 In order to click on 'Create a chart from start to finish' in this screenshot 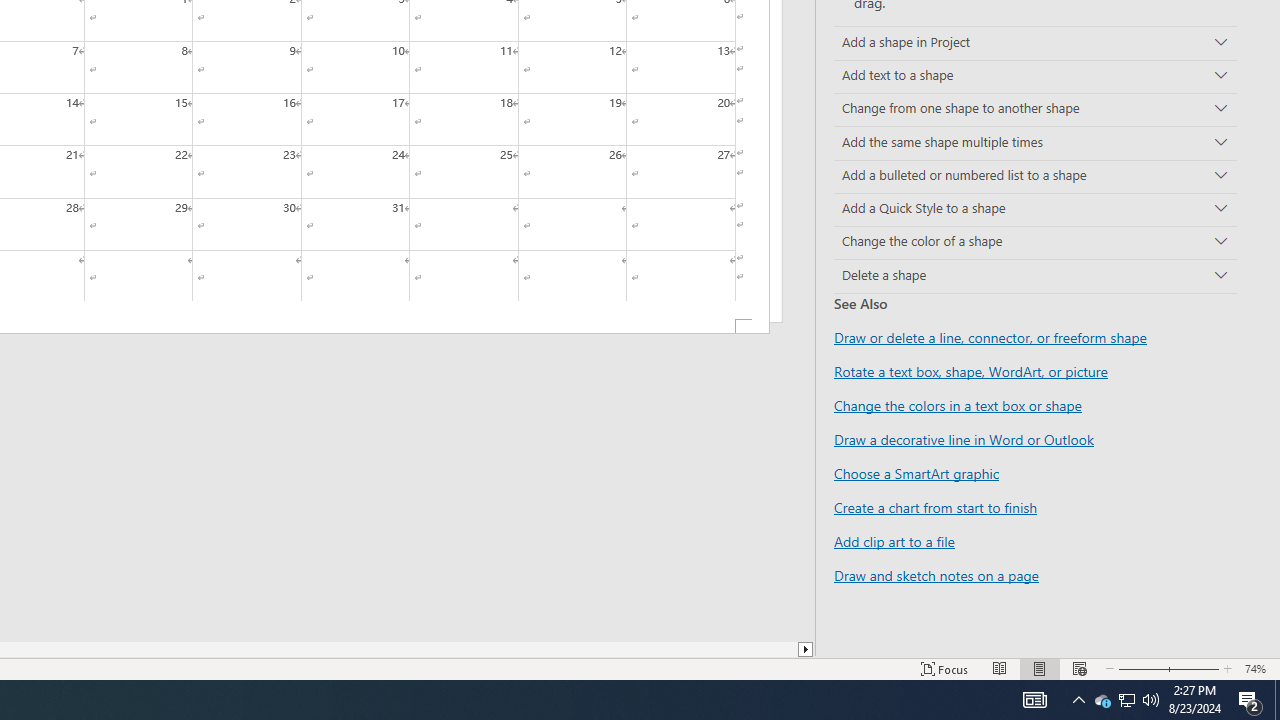, I will do `click(934, 506)`.